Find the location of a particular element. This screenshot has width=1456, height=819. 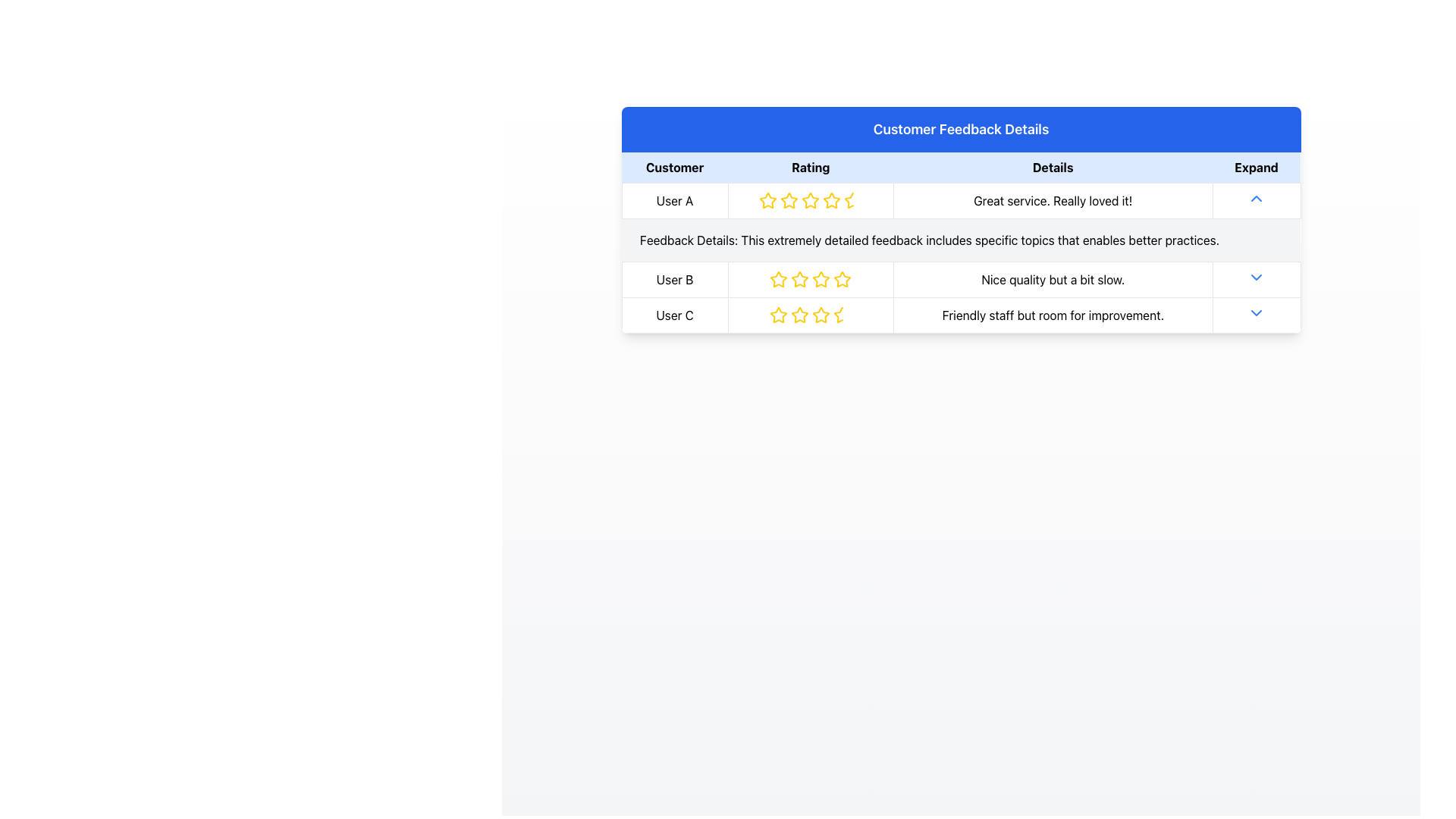

the rating display consisting of five yellow star icons located in the third row of the table, under the 'Rating' column, which is the second column from the left is located at coordinates (810, 315).